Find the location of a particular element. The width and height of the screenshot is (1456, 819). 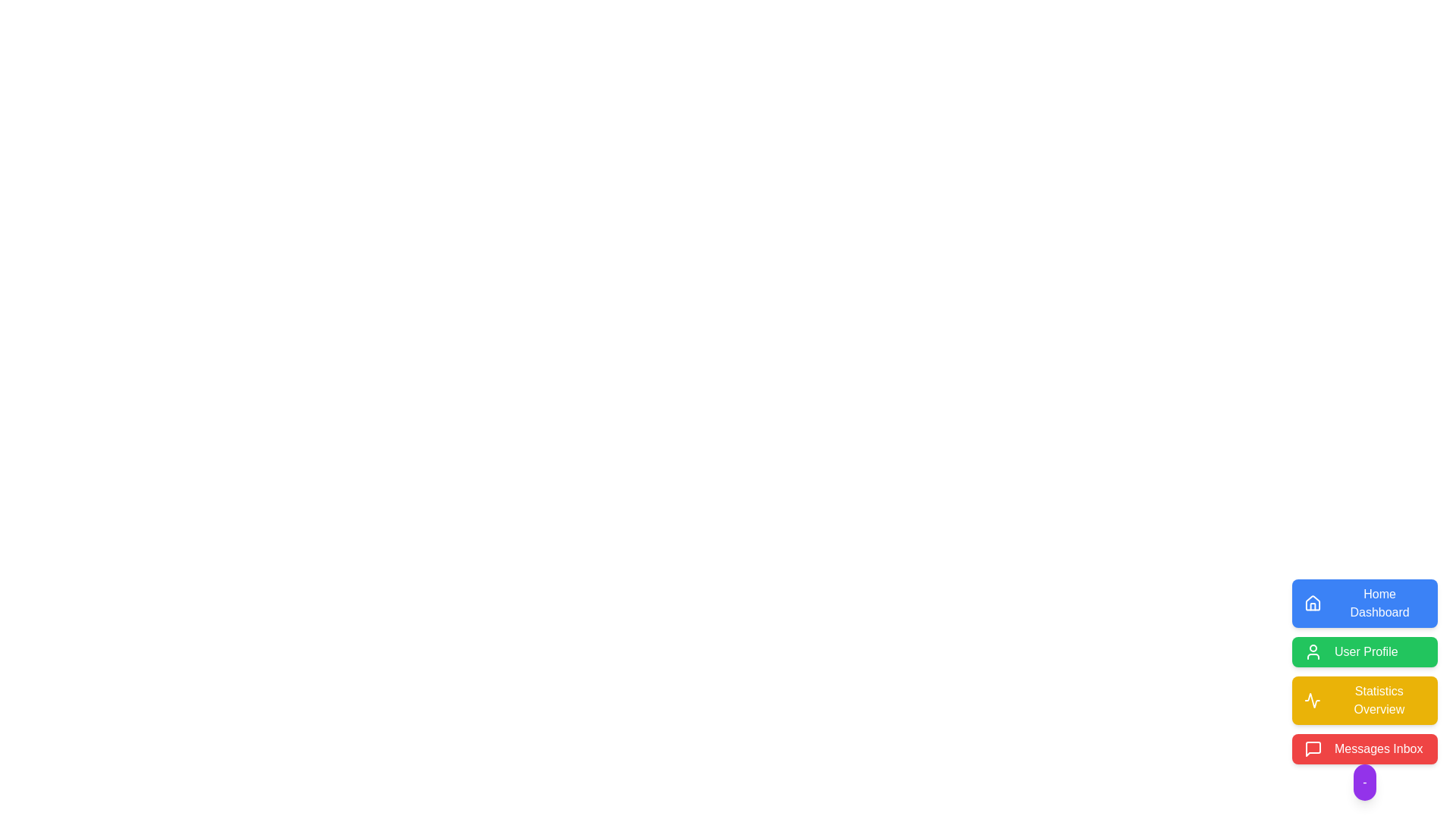

main action button to toggle the visibility of the menu is located at coordinates (1365, 783).